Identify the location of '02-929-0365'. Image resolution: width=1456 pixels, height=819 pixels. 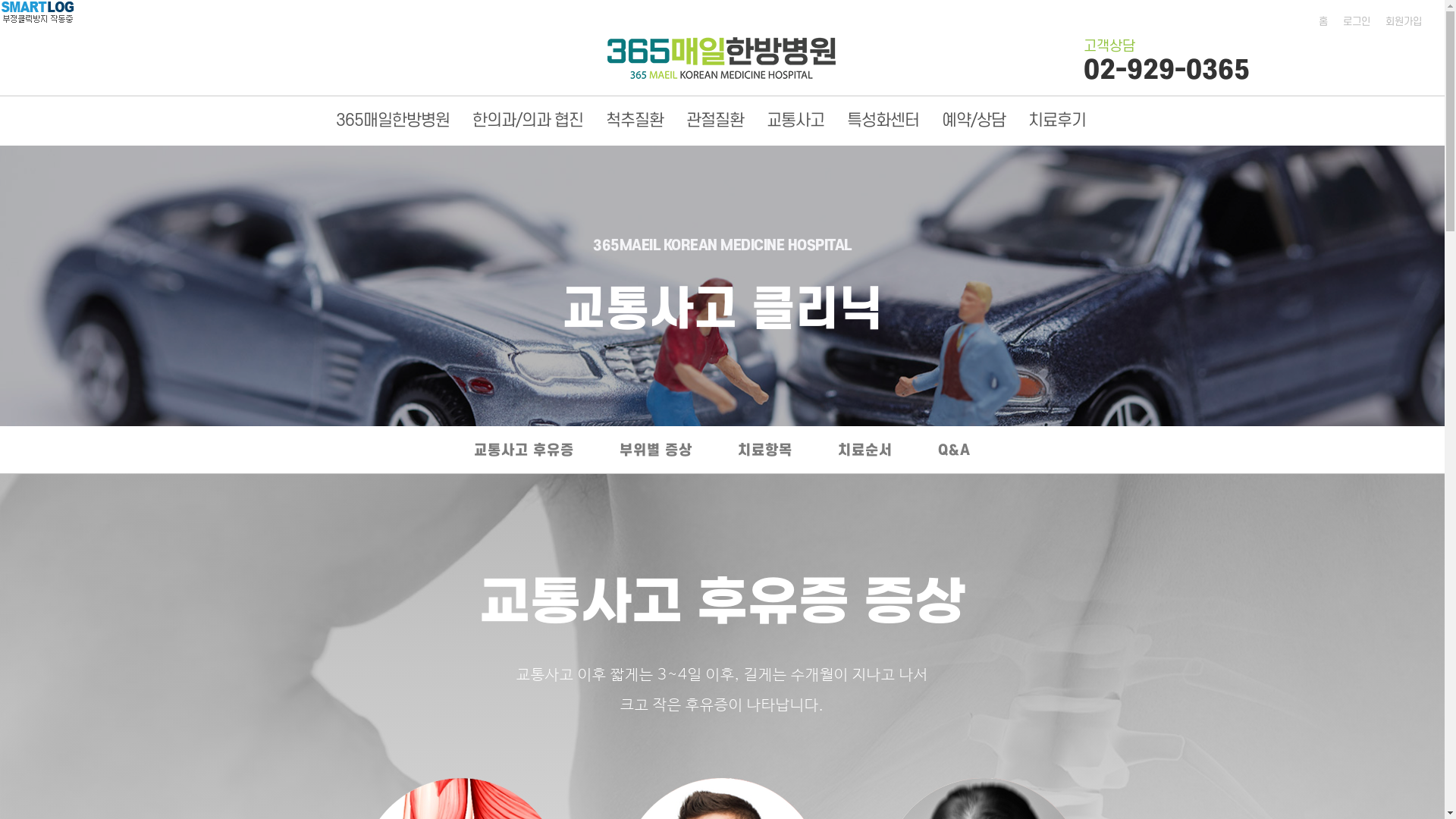
(1083, 70).